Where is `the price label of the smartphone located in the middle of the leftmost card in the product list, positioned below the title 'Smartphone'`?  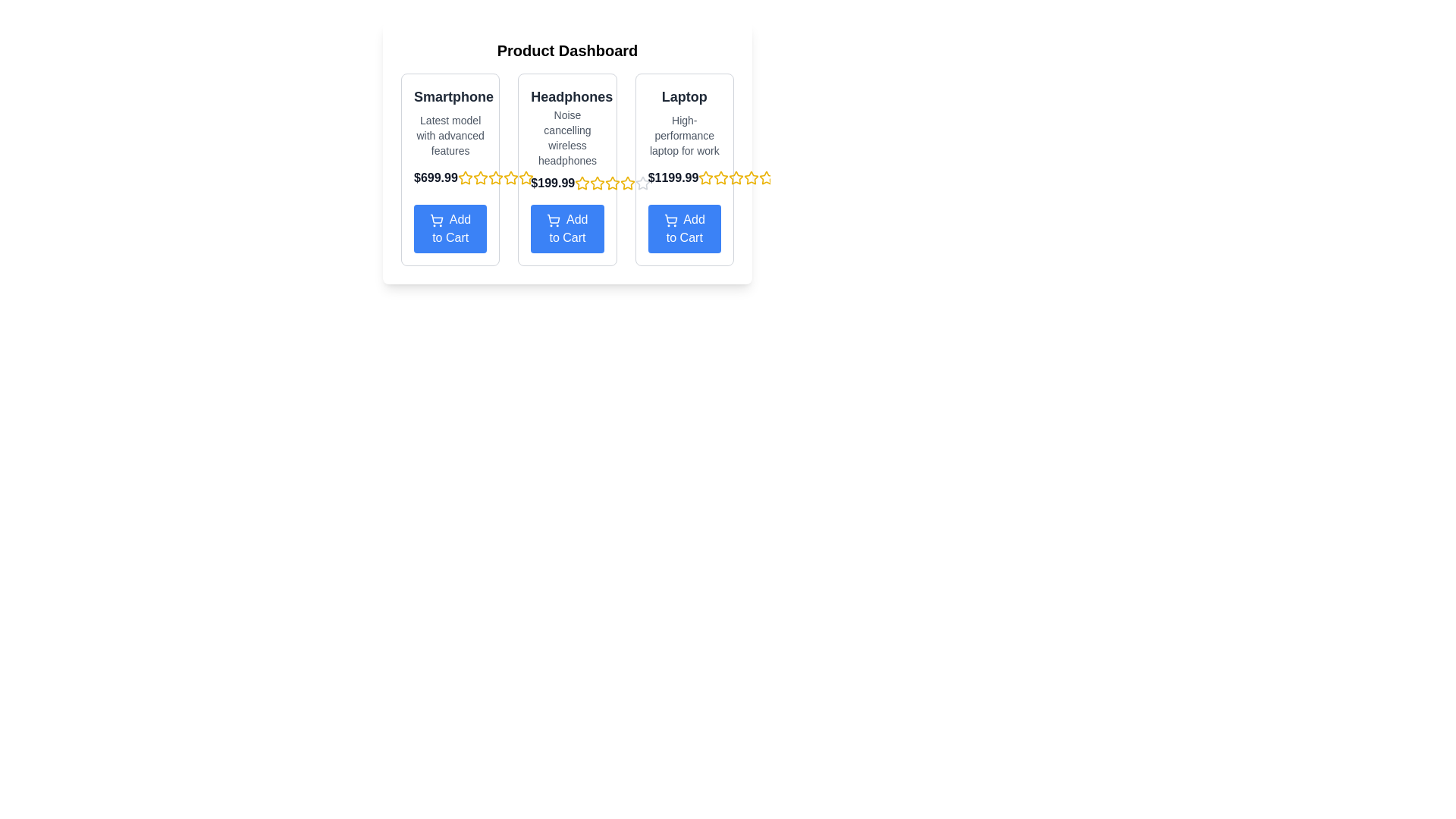
the price label of the smartphone located in the middle of the leftmost card in the product list, positioned below the title 'Smartphone' is located at coordinates (435, 177).